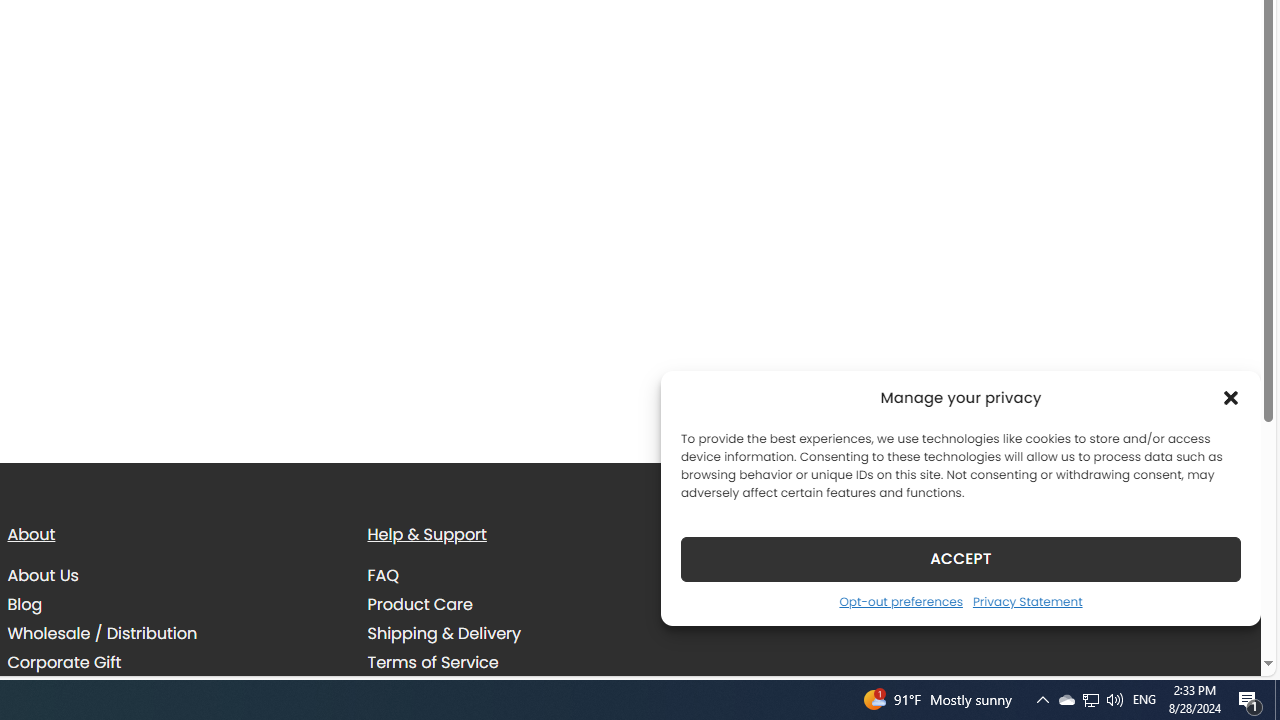 This screenshot has height=720, width=1280. What do you see at coordinates (172, 633) in the screenshot?
I see `'Wholesale / Distribution'` at bounding box center [172, 633].